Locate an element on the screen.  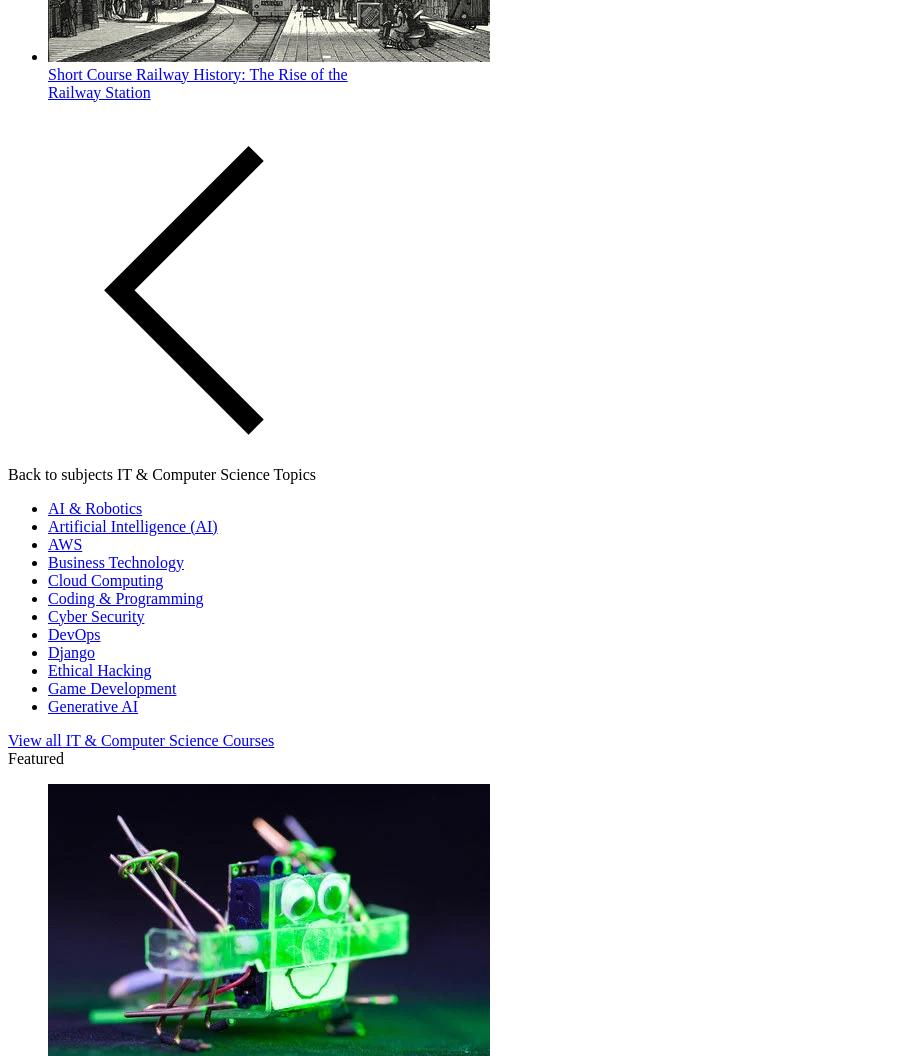
'AWS' is located at coordinates (48, 543).